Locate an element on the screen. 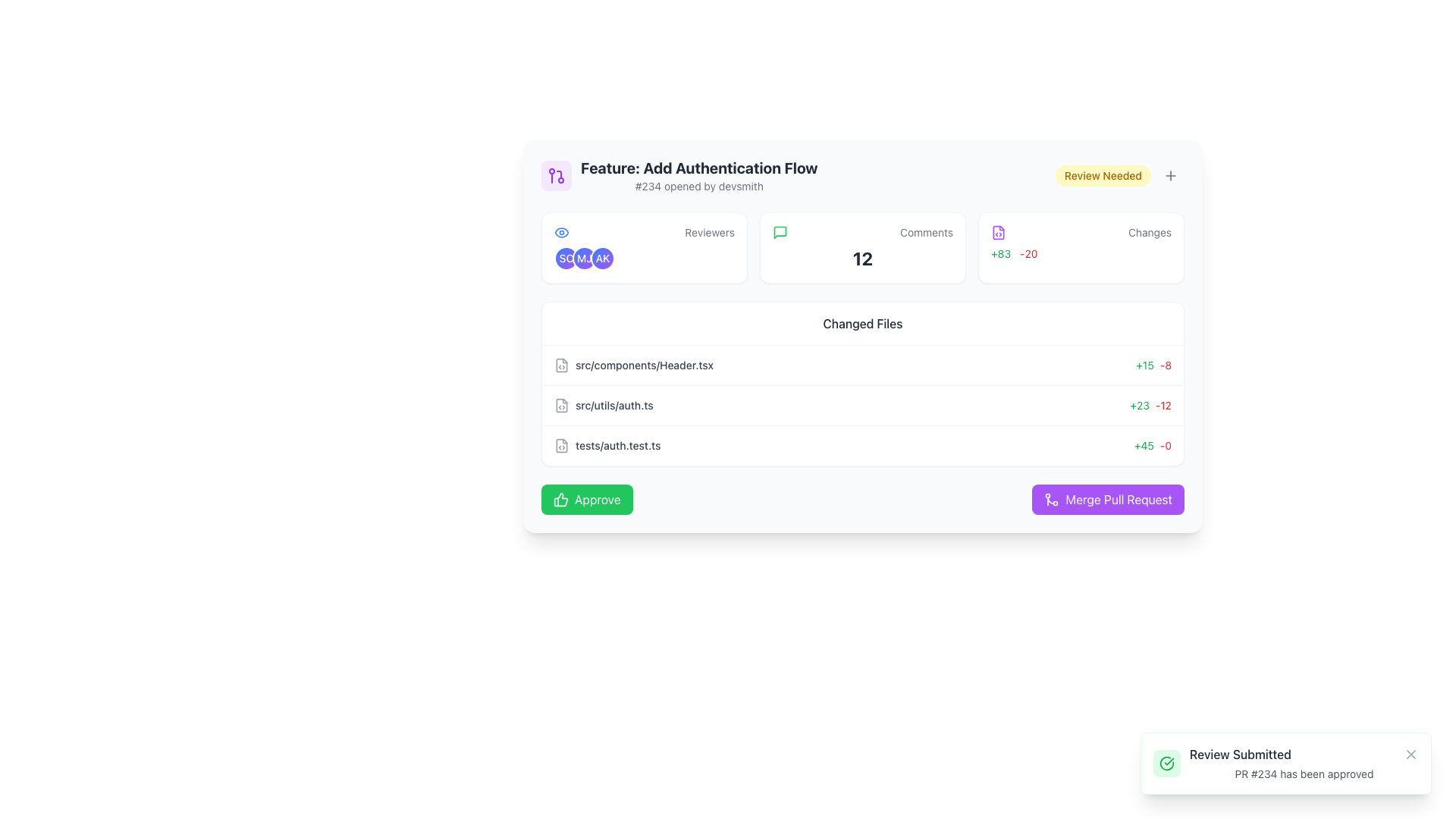 The image size is (1456, 819). the circular gray button with an 'X' icon in the top-right corner of the 'Review Submitted' panel is located at coordinates (1410, 755).